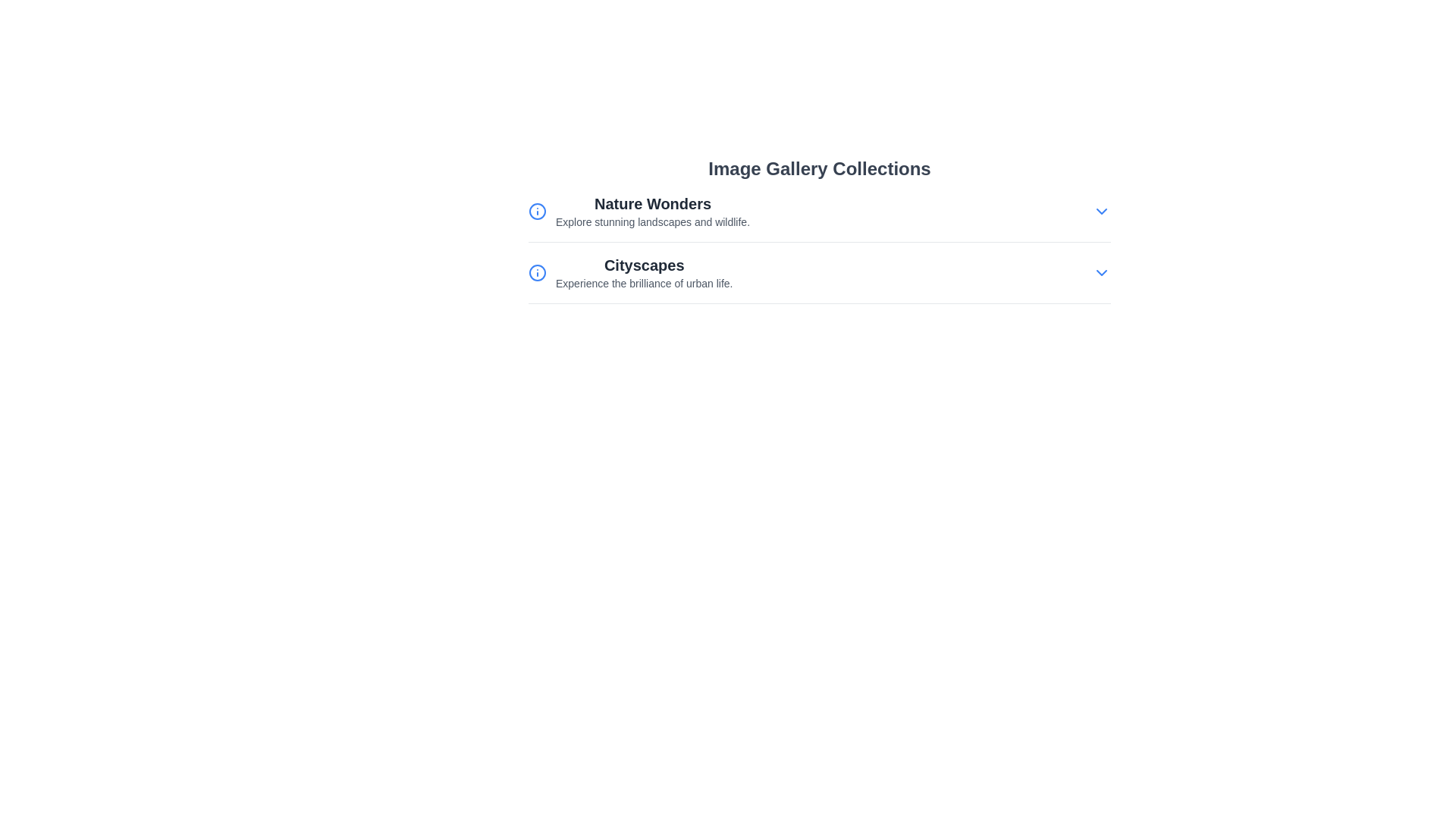 The height and width of the screenshot is (819, 1456). I want to click on the 'Cityscapes' text option in the gallery menu to check for interactivity, so click(644, 271).